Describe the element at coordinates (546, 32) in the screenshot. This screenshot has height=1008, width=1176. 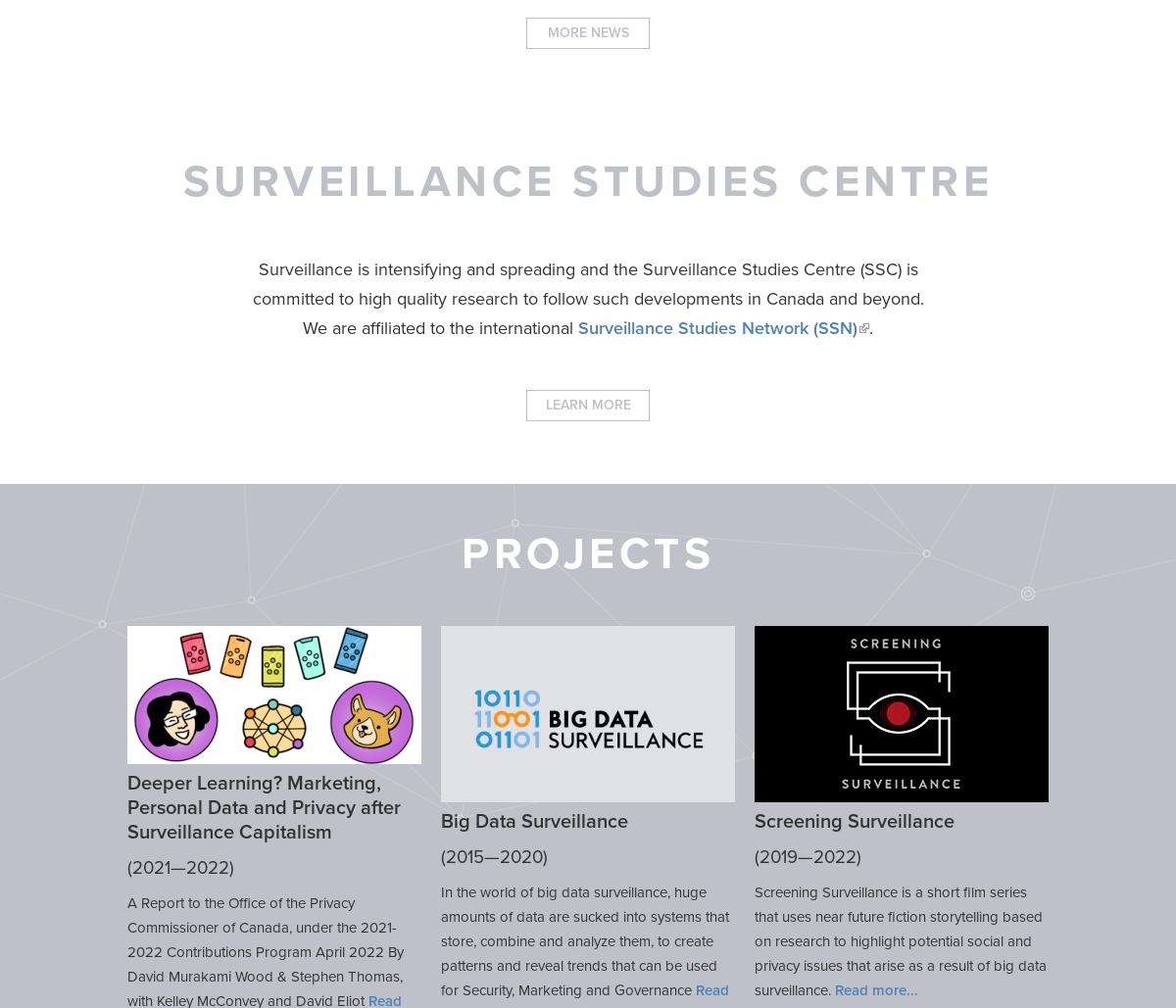
I see `'More news'` at that location.